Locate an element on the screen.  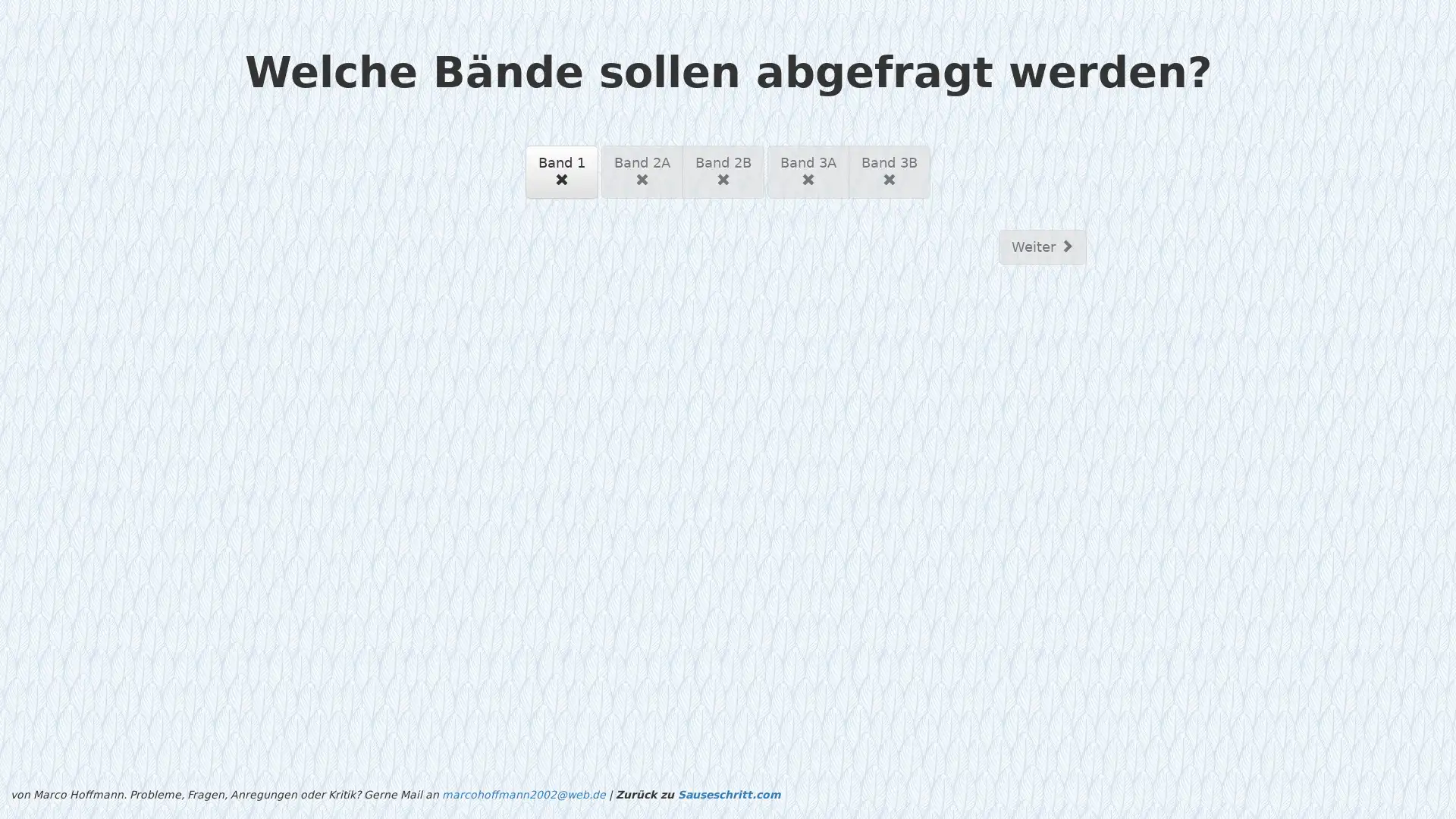
Band 3B is located at coordinates (889, 171).